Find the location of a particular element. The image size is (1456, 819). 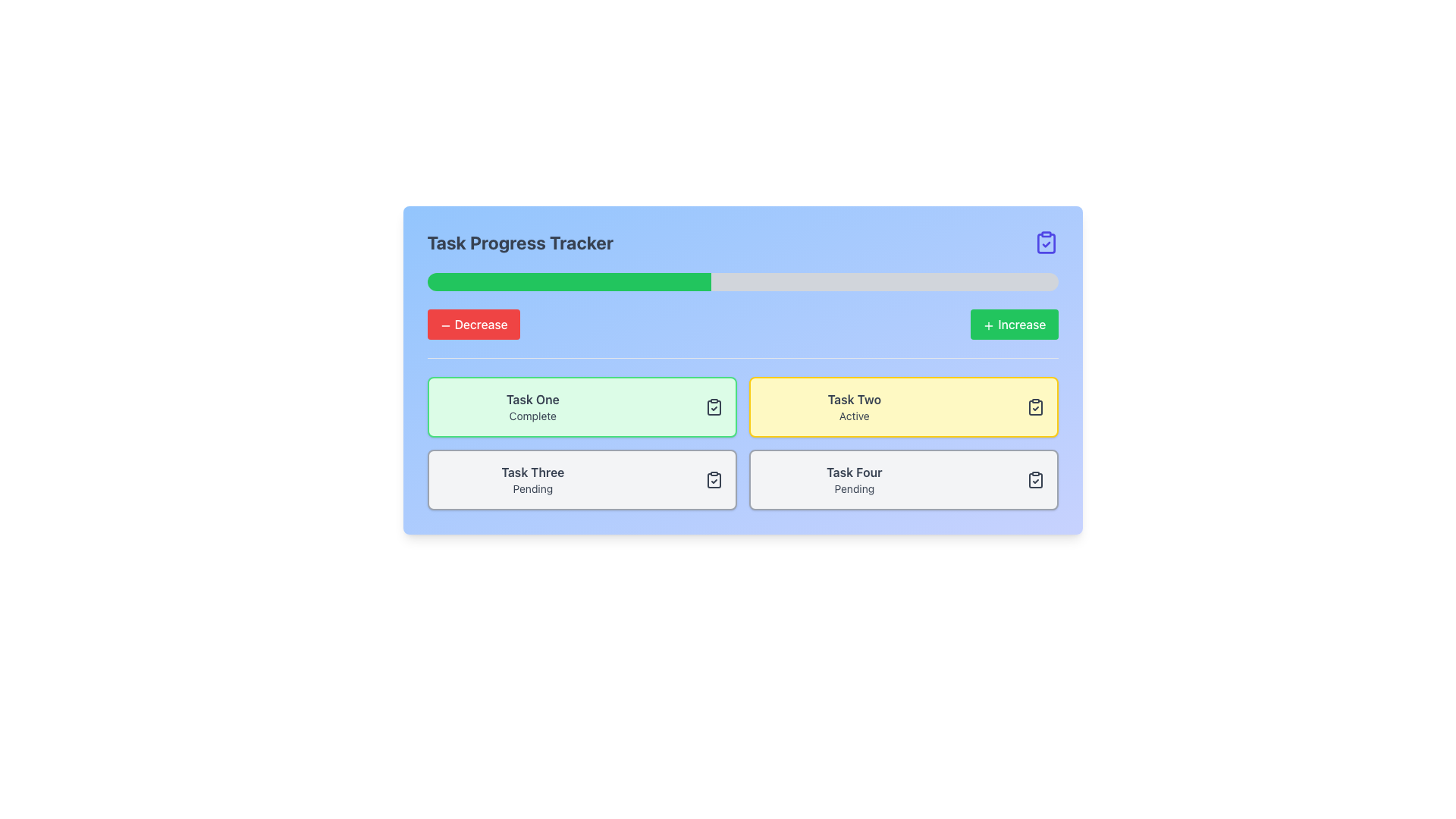

the task details label displaying 'Task Three' and its status 'Pending', located in the third card of the task grid is located at coordinates (532, 479).